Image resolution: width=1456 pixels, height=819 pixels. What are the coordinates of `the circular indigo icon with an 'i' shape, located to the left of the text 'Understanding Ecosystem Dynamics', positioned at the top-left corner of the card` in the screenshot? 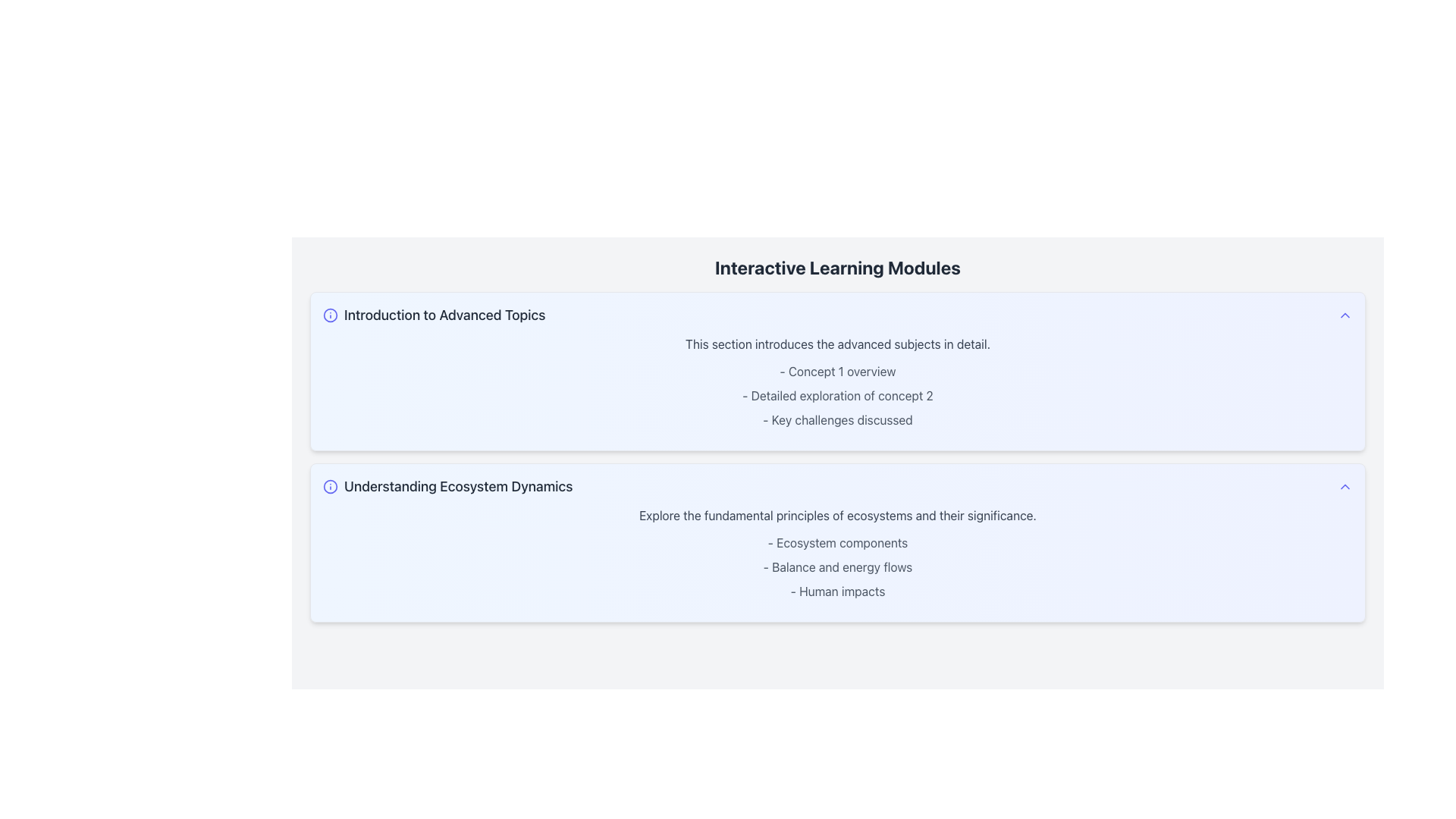 It's located at (330, 486).